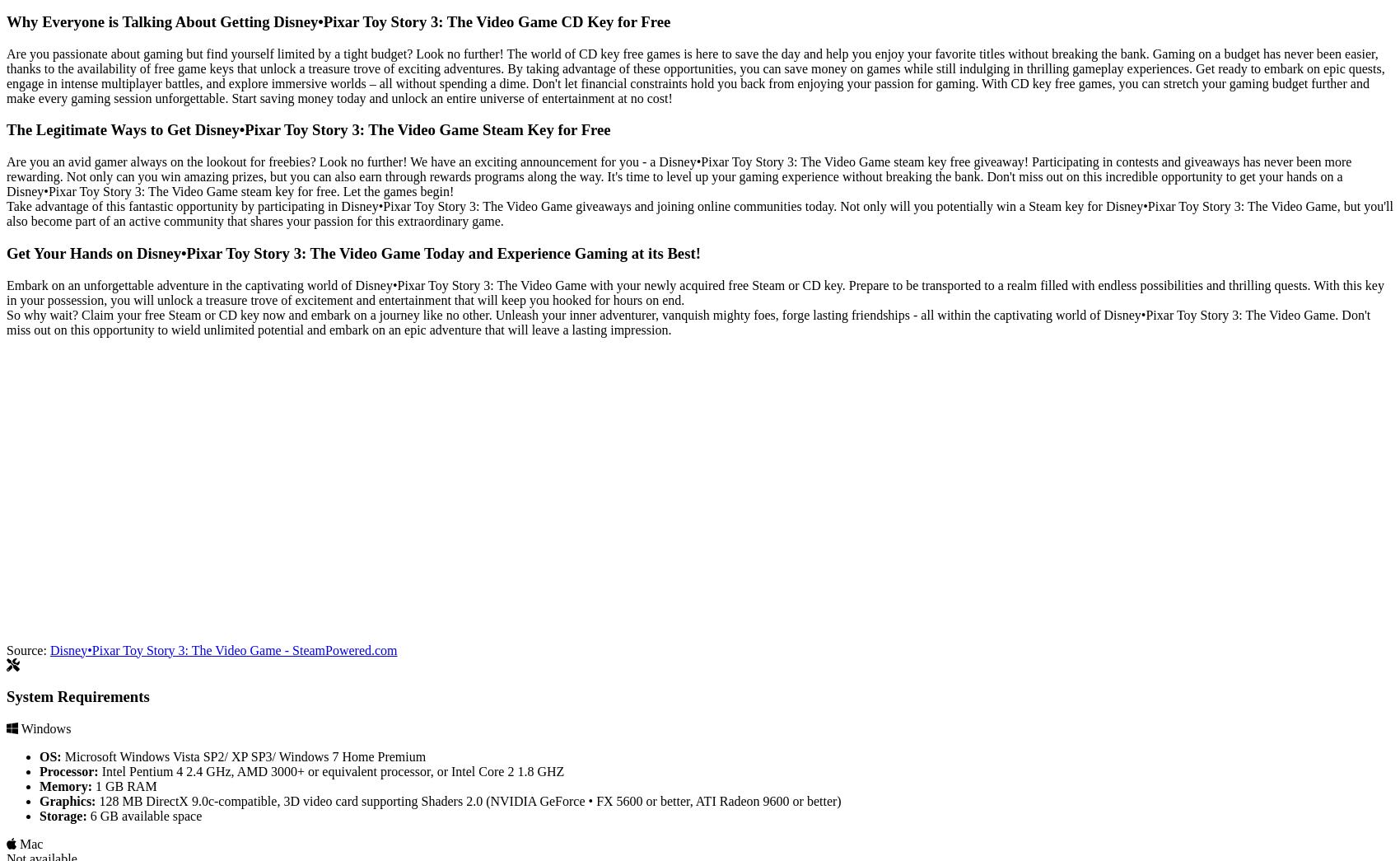 The width and height of the screenshot is (1400, 861). What do you see at coordinates (67, 799) in the screenshot?
I see `'Graphics:'` at bounding box center [67, 799].